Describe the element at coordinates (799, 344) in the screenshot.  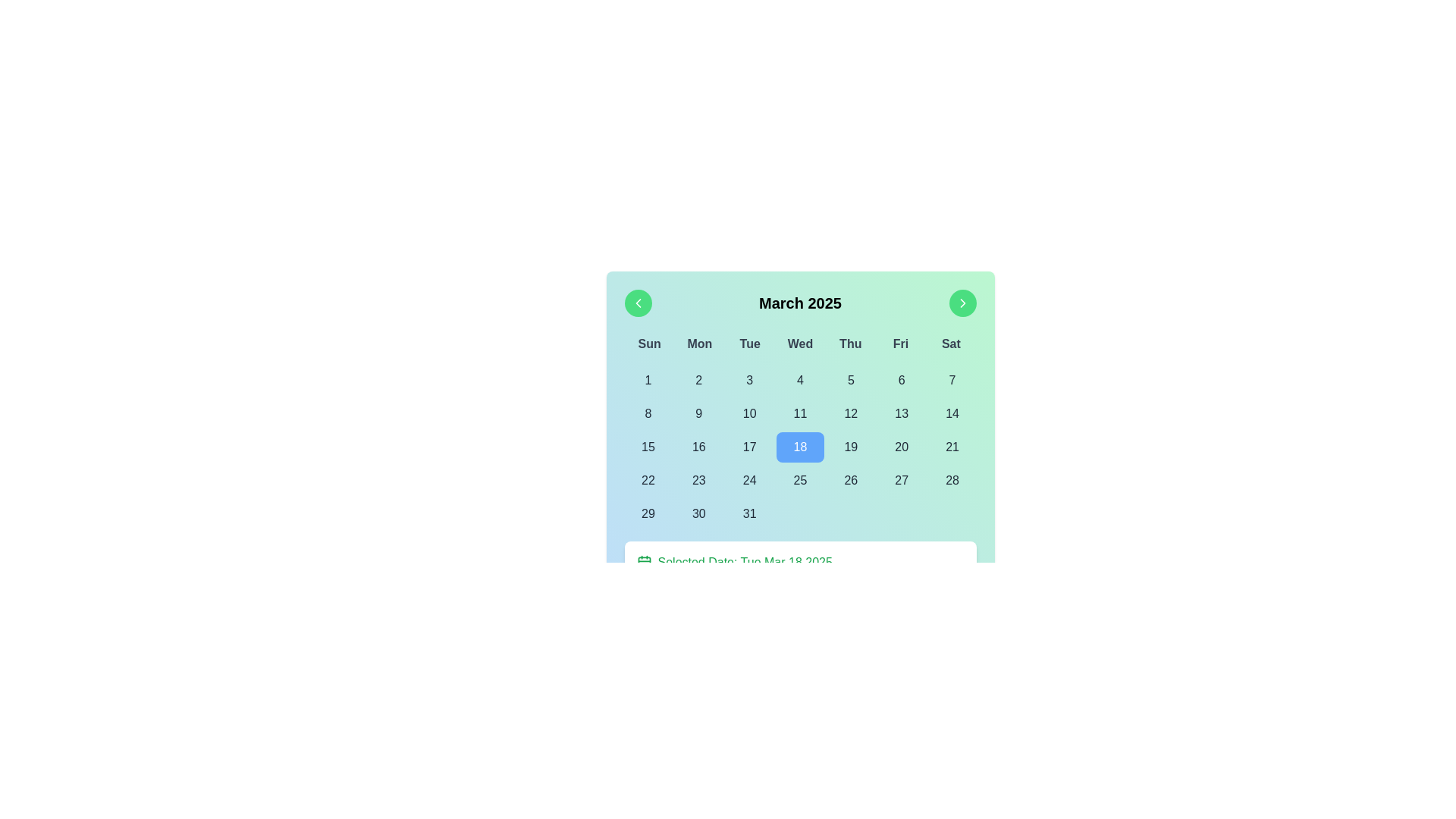
I see `the row of text elements representing the days of the week (Sun, Mon, Tue, Wed, Thu, Fri, Sat) styled in bold gray font, located below 'March 2025' in the calendar interface` at that location.